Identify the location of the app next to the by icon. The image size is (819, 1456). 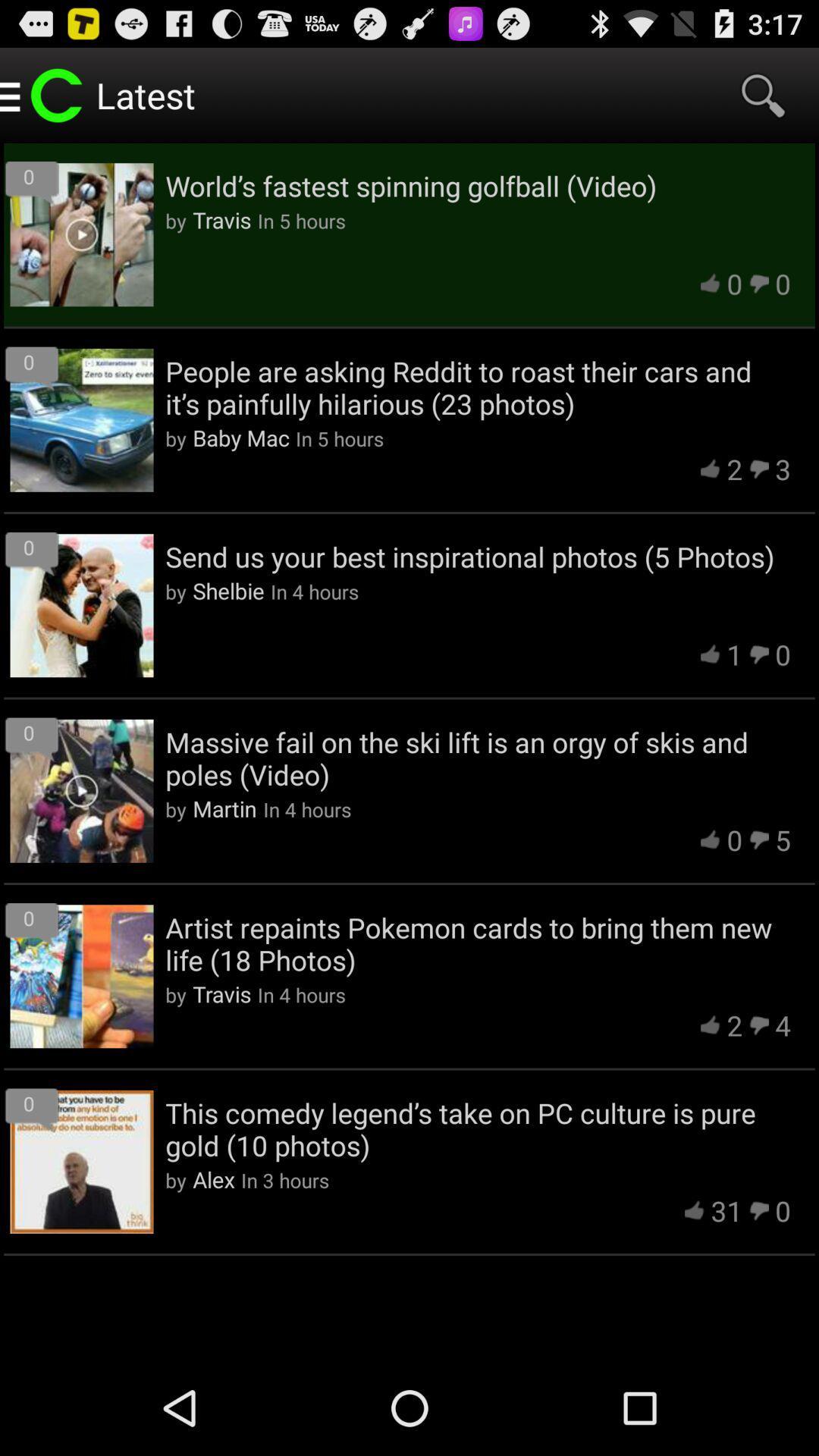
(213, 1178).